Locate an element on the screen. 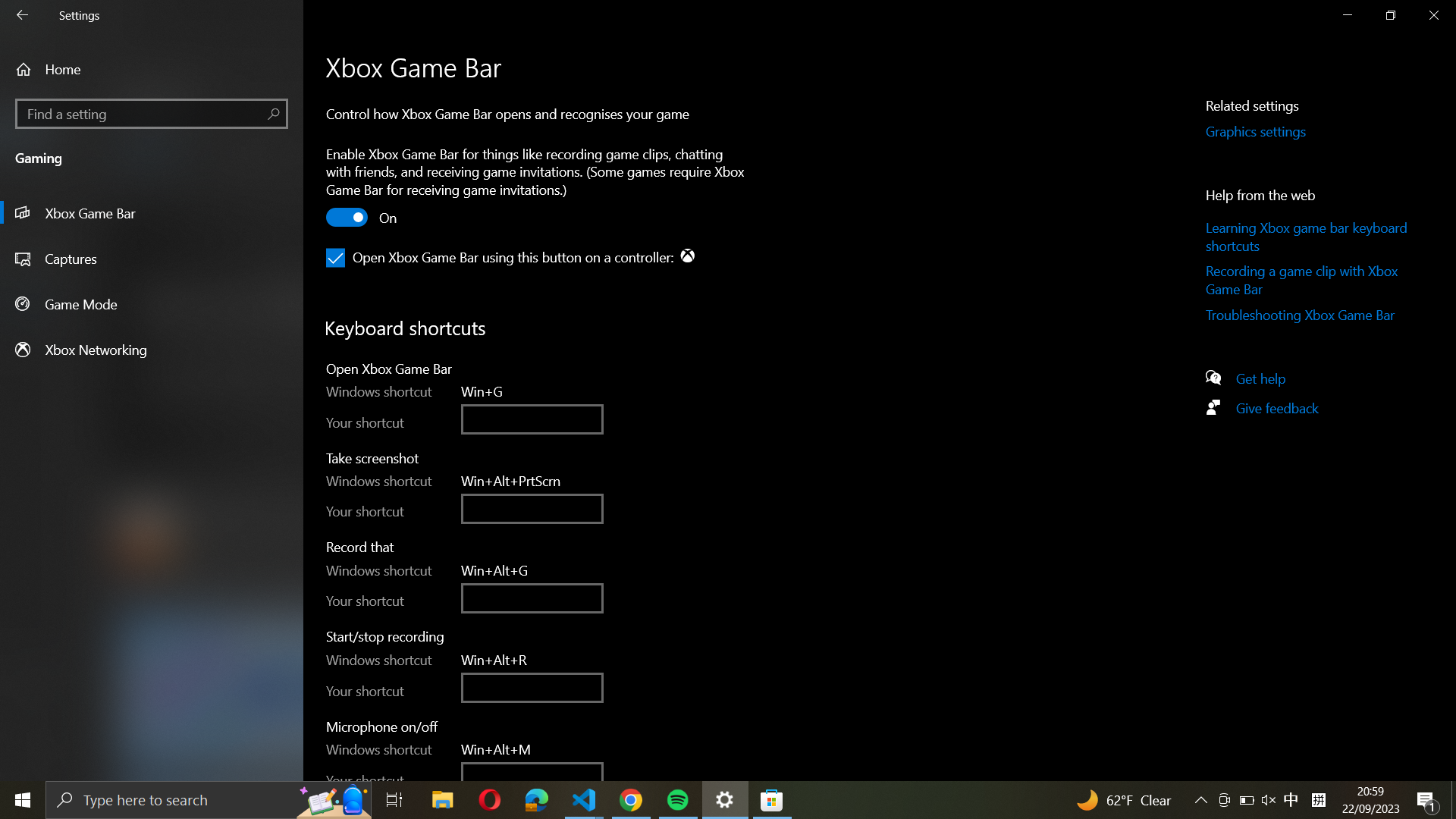 The image size is (1456, 819). up a shortcut "Win+M" for enabling/disabling the microphone is located at coordinates (1022840, 832923).